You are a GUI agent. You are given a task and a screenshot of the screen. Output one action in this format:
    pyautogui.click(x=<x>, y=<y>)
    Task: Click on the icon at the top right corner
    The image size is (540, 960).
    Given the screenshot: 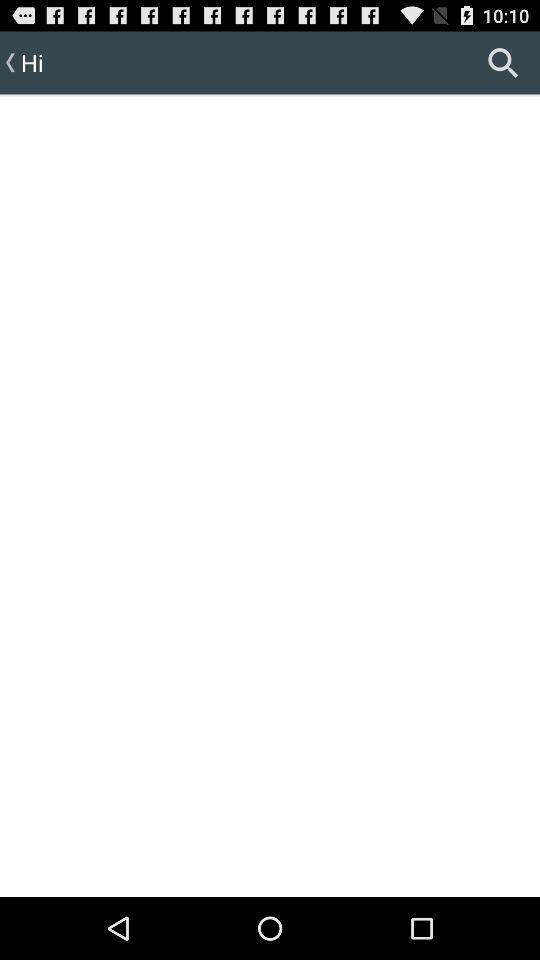 What is the action you would take?
    pyautogui.click(x=502, y=62)
    